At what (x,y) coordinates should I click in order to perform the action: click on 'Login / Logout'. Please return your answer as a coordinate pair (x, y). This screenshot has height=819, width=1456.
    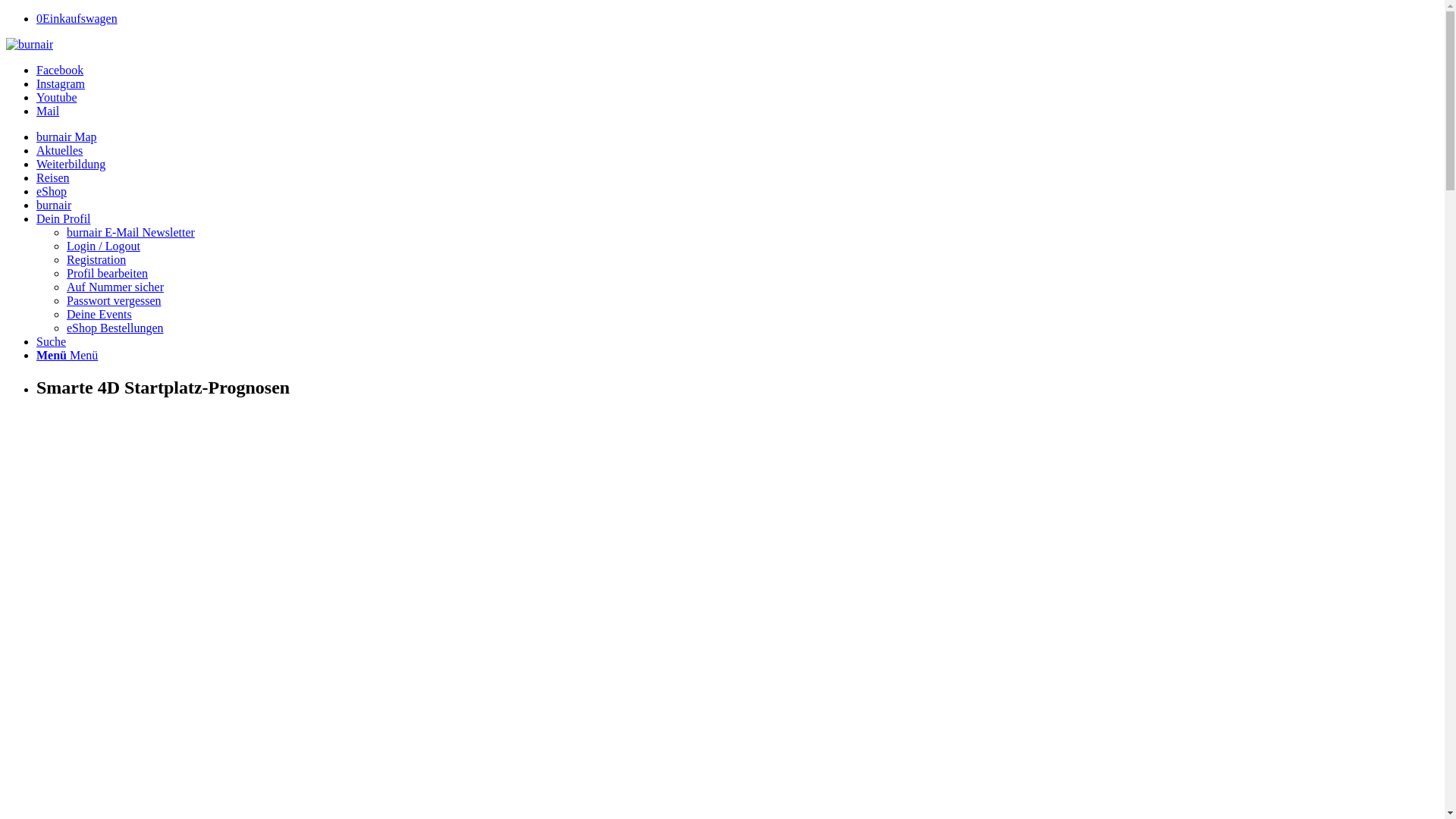
    Looking at the image, I should click on (102, 245).